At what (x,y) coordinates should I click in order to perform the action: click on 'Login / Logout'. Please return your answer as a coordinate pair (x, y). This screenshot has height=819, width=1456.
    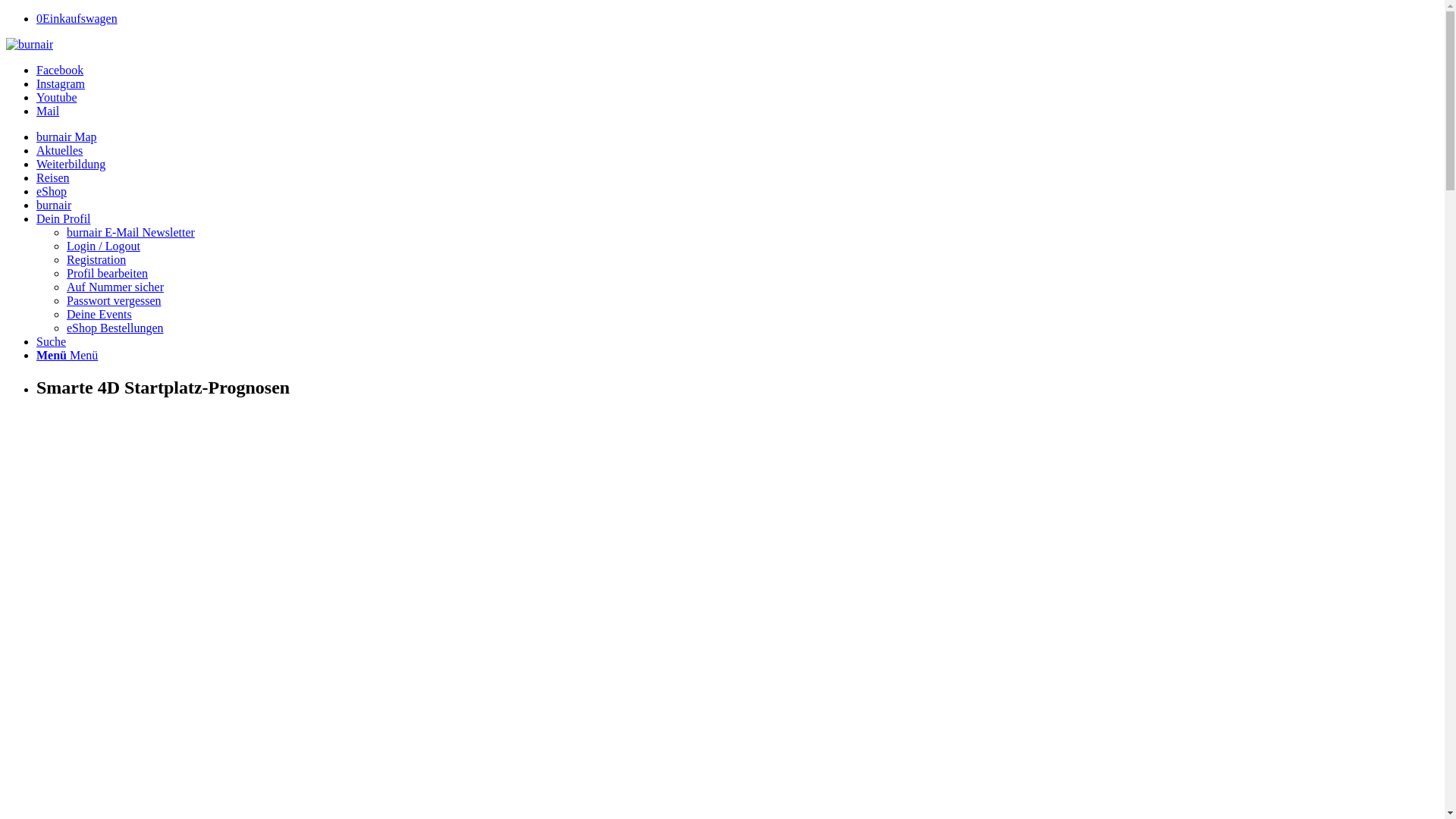
    Looking at the image, I should click on (102, 245).